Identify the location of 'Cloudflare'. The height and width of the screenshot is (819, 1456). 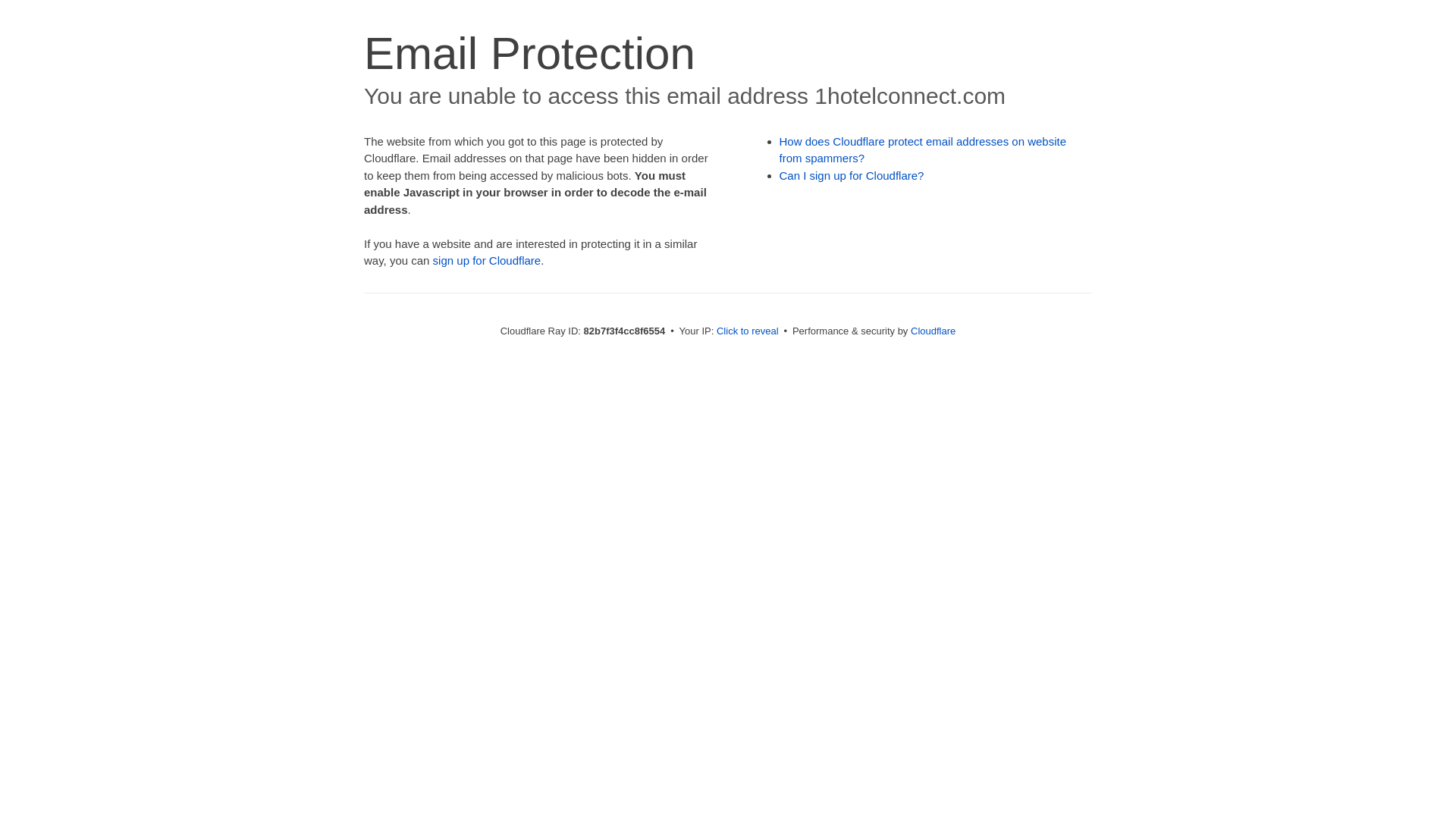
(932, 330).